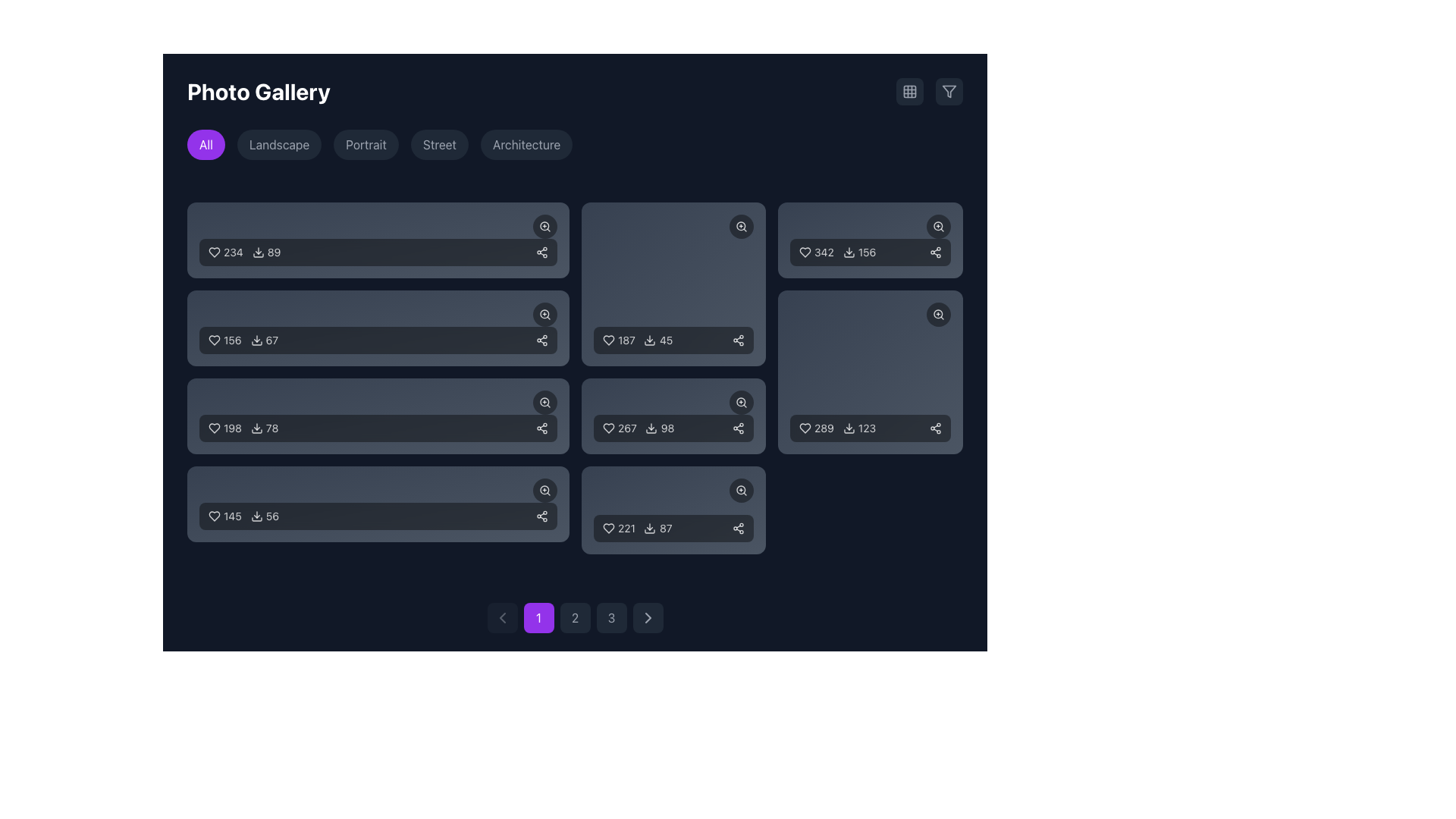 The image size is (1456, 819). Describe the element at coordinates (544, 313) in the screenshot. I see `the center of the magnifying glass icon, which is the second icon in the row within the second card from the top-left corner of the grid layout` at that location.